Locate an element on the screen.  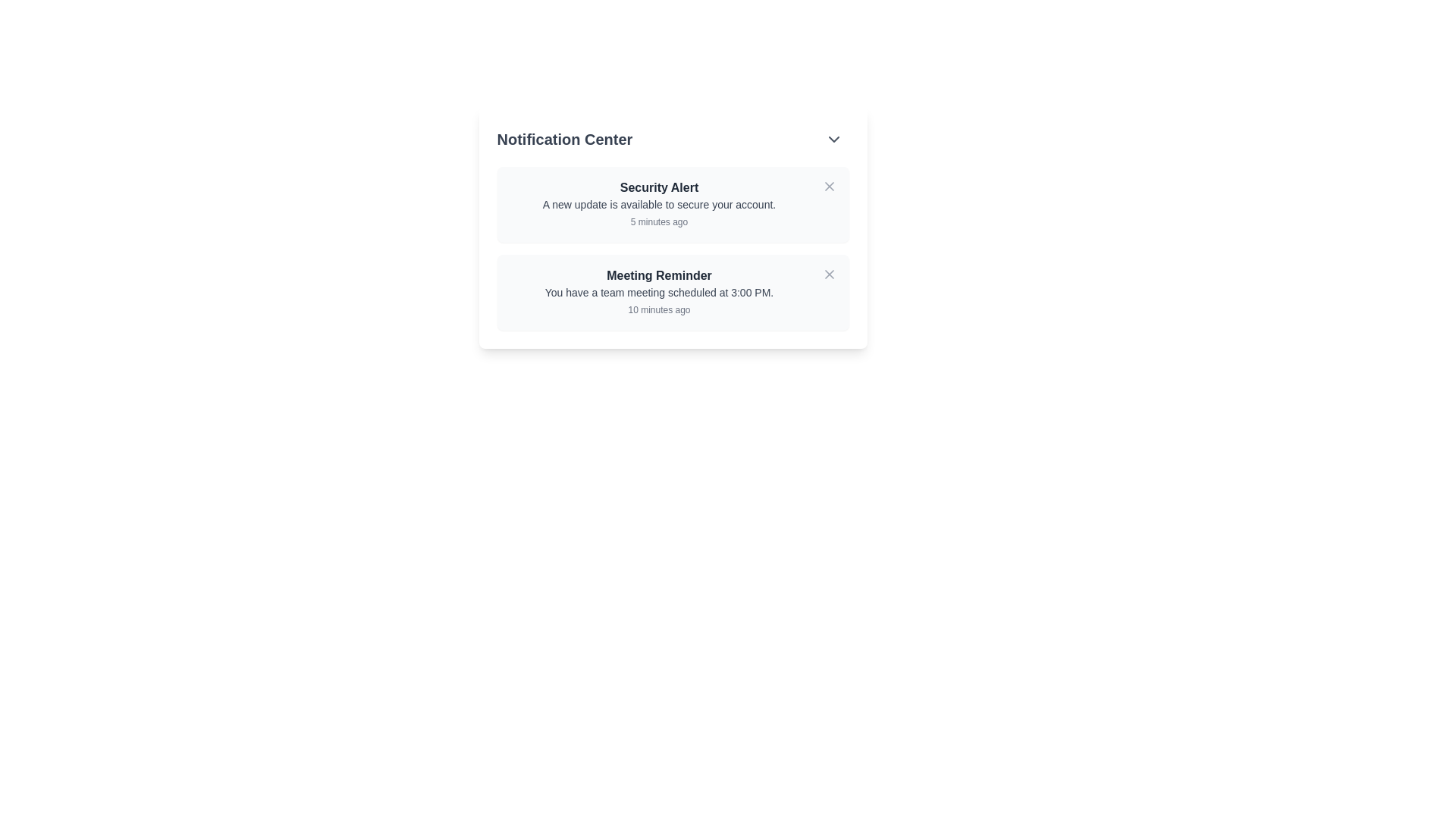
the informational text indicating the time elapsed since the notification was generated, located below the meeting time in the 'Meeting Reminder' notification card is located at coordinates (659, 309).